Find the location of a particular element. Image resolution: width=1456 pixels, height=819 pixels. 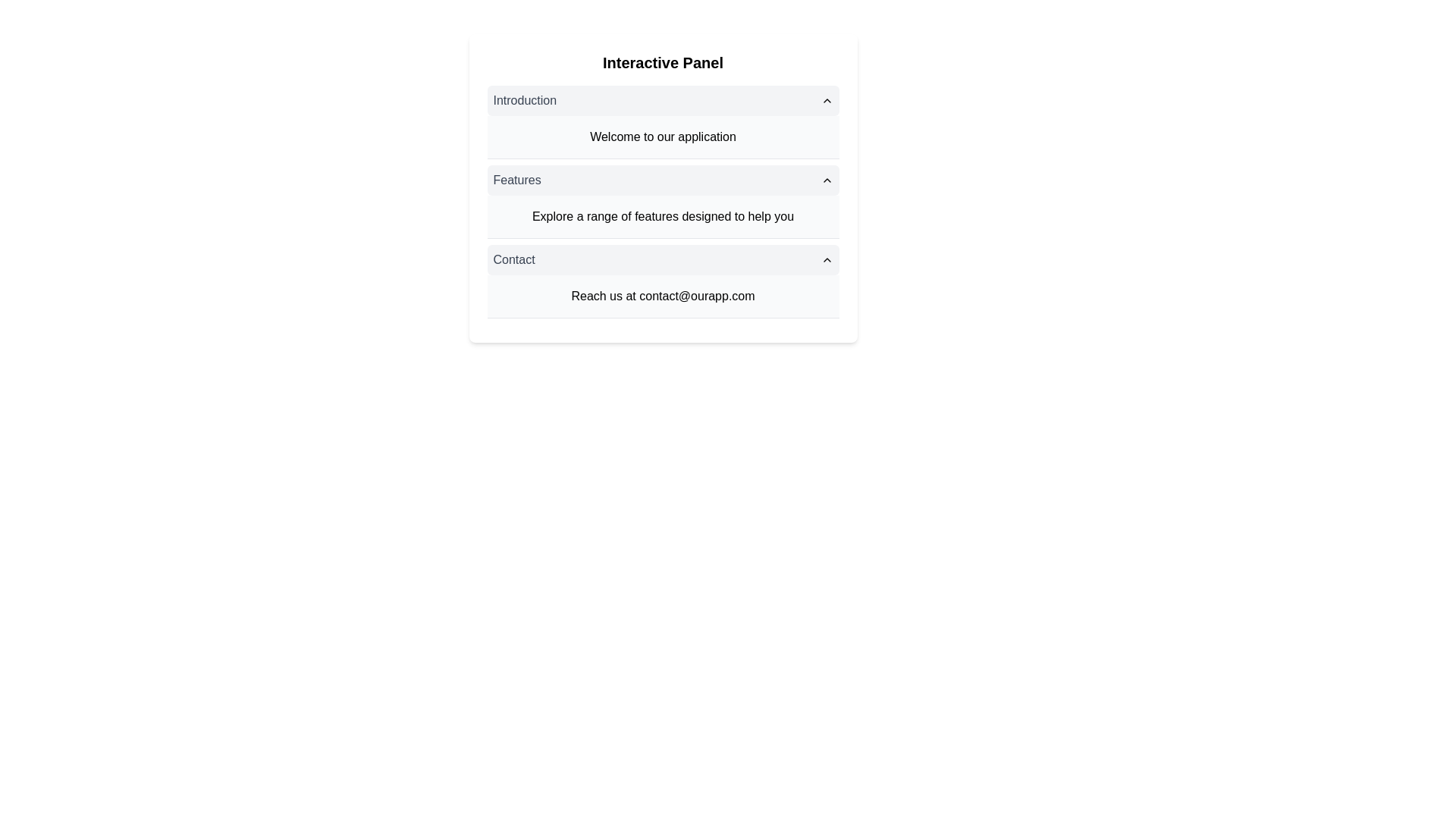

the collapsible panel section that provides contact information is located at coordinates (663, 281).